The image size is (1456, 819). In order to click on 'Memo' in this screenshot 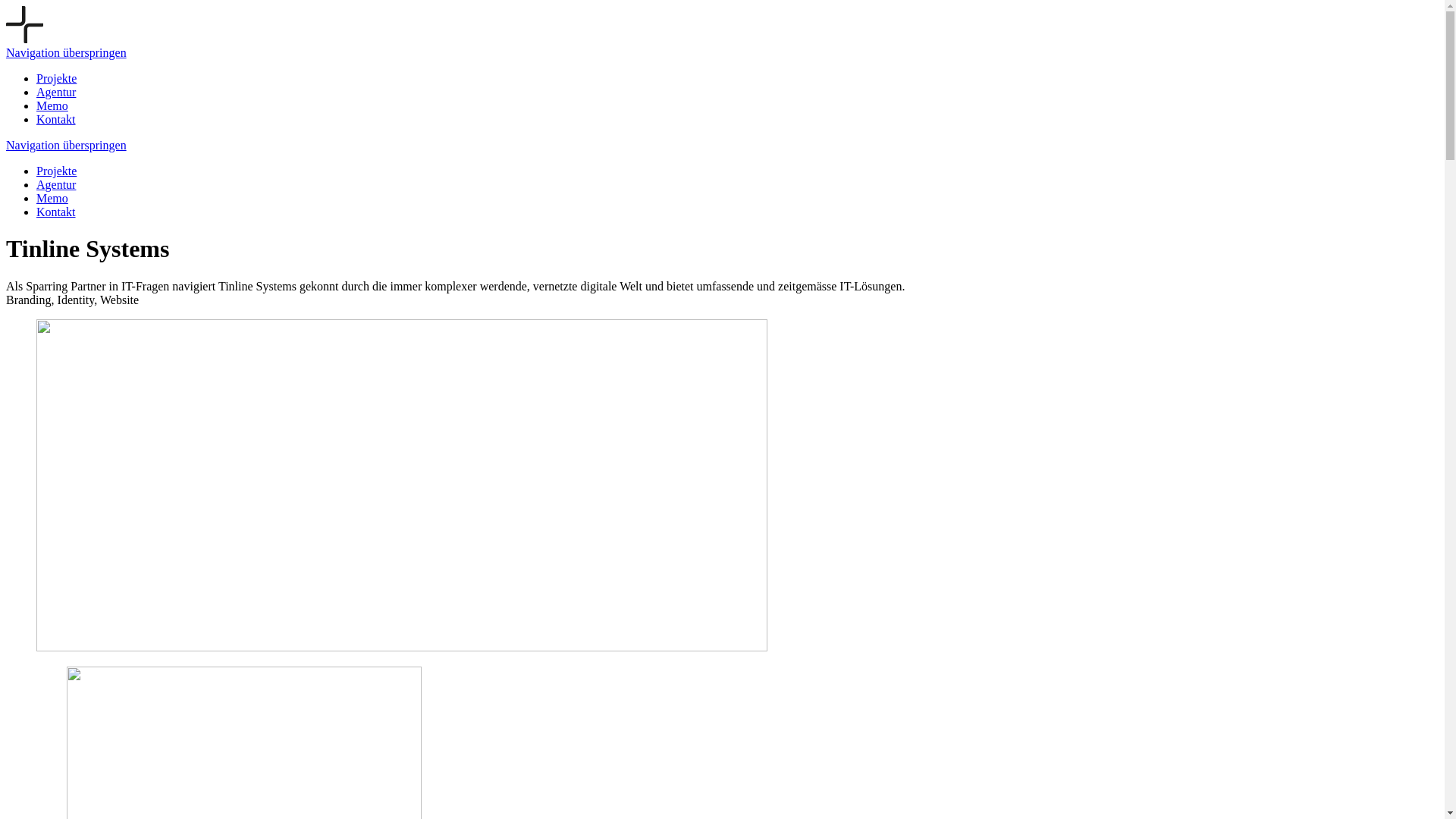, I will do `click(52, 105)`.